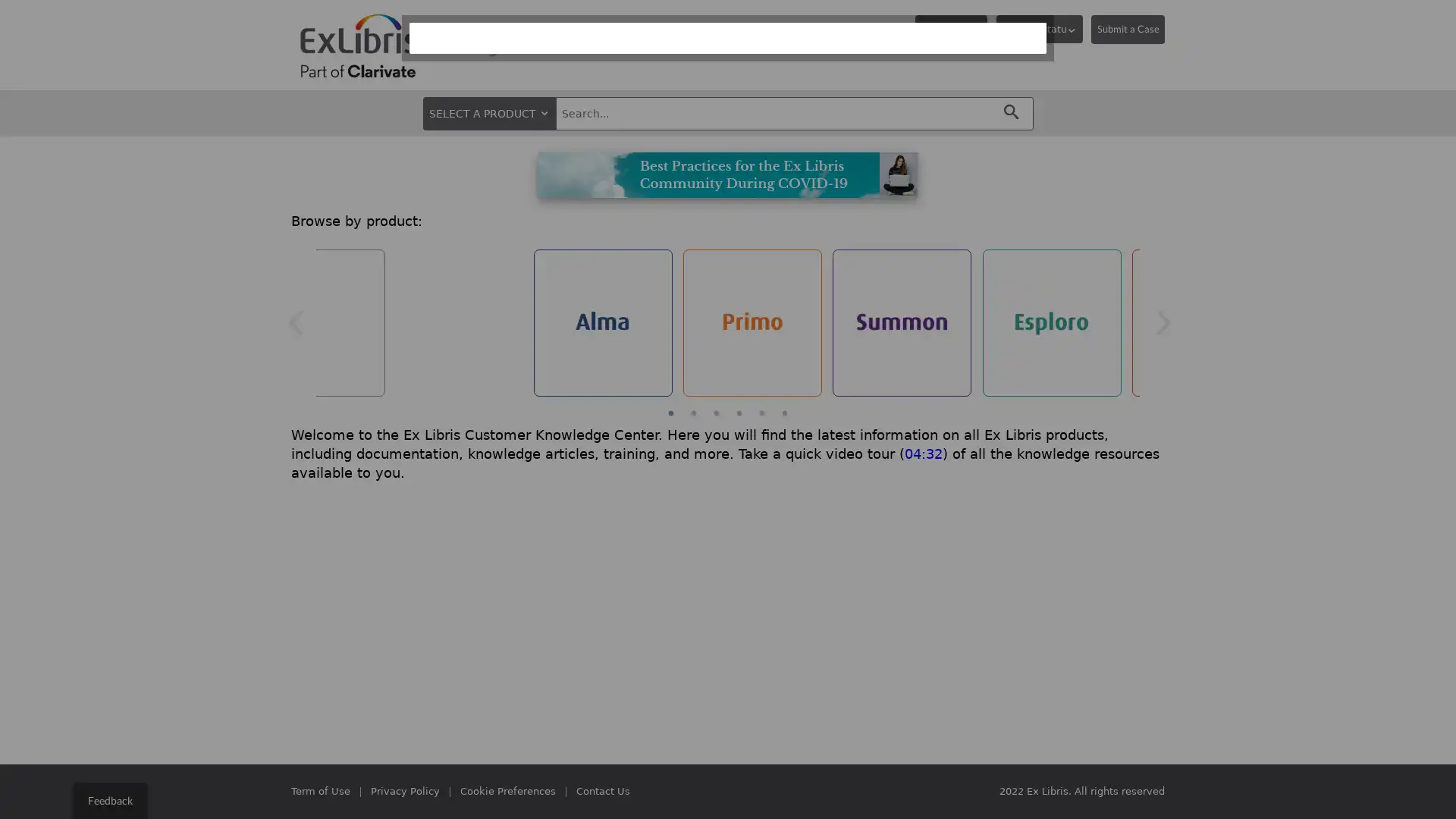 The height and width of the screenshot is (819, 1456). Describe the element at coordinates (1128, 29) in the screenshot. I see `Submit a Case` at that location.